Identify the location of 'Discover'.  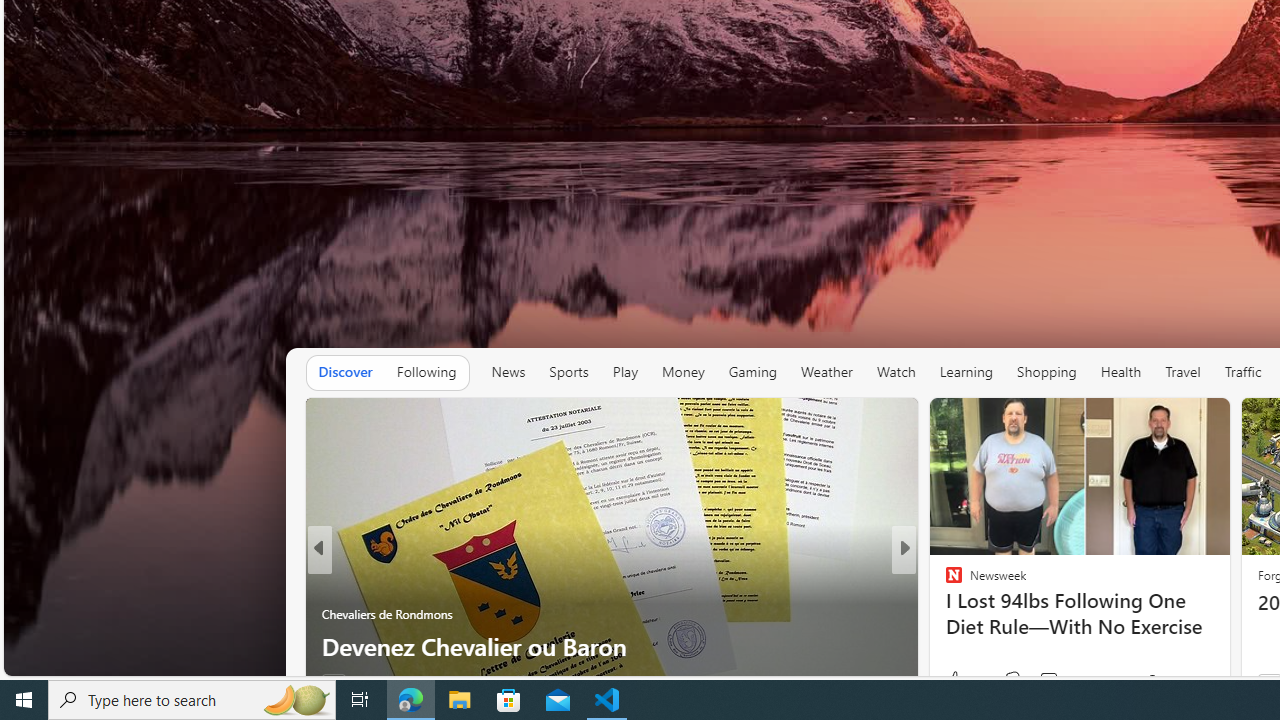
(345, 371).